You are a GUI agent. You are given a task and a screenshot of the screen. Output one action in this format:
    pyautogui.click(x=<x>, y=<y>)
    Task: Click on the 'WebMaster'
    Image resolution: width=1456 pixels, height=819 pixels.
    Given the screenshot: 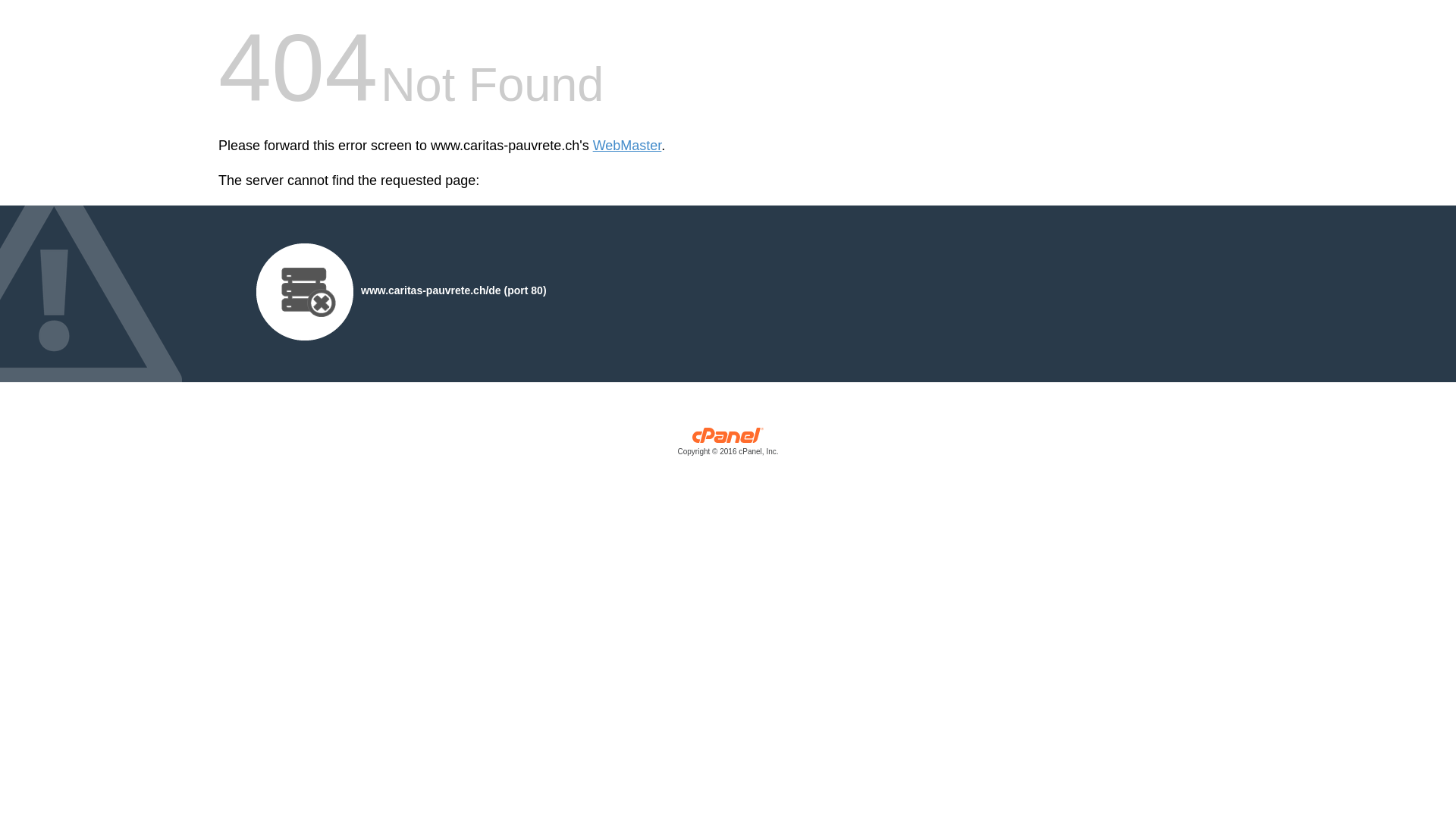 What is the action you would take?
    pyautogui.click(x=627, y=146)
    